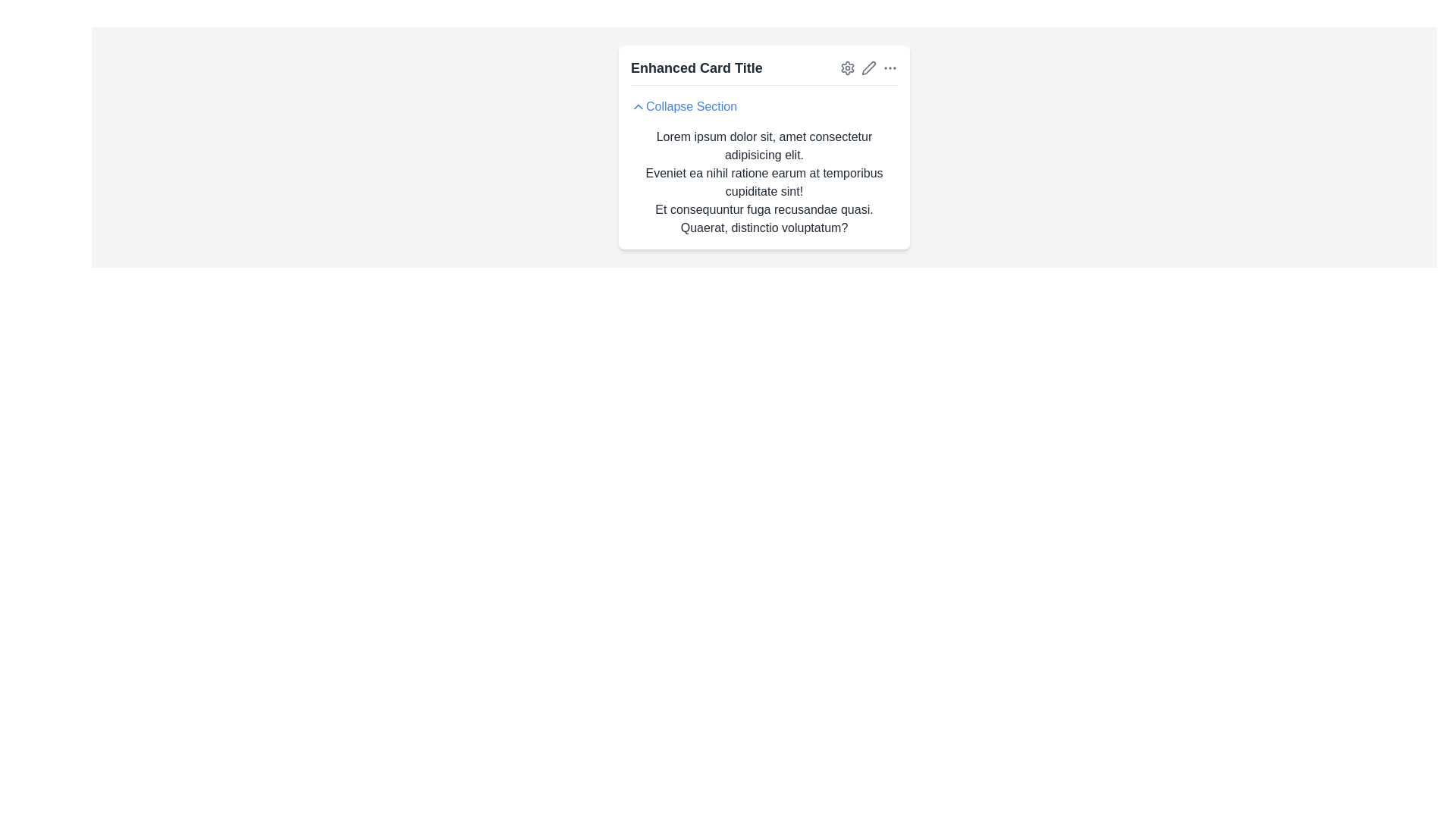  Describe the element at coordinates (638, 106) in the screenshot. I see `the chevron-up icon, which is a hollow blue outlined upward-pointing arrowhead located to the left of the 'Collapse Section' text in the 'Enhanced Card Title' area` at that location.